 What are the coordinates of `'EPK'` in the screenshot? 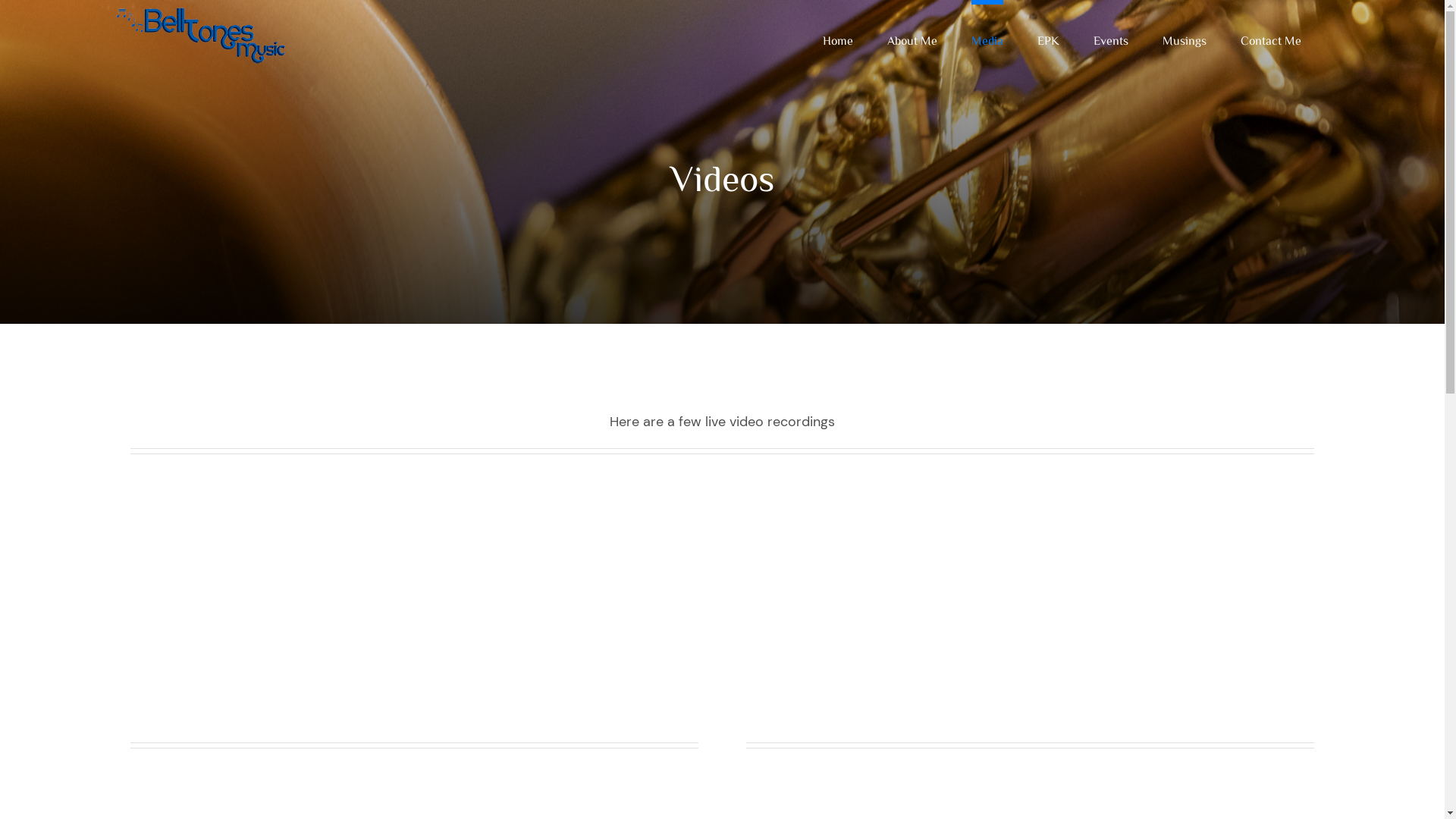 It's located at (1047, 36).